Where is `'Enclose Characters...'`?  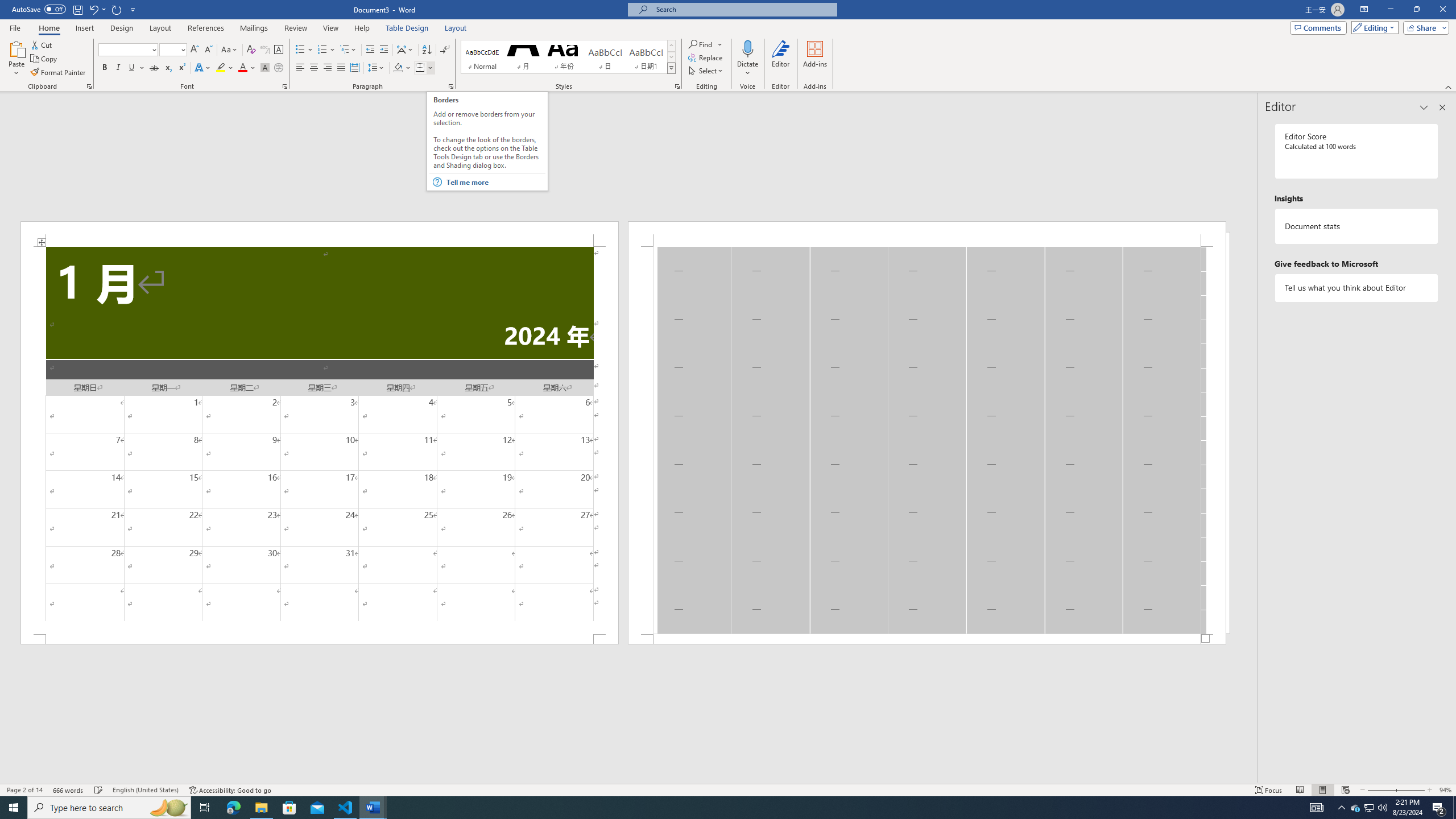
'Enclose Characters...' is located at coordinates (278, 67).